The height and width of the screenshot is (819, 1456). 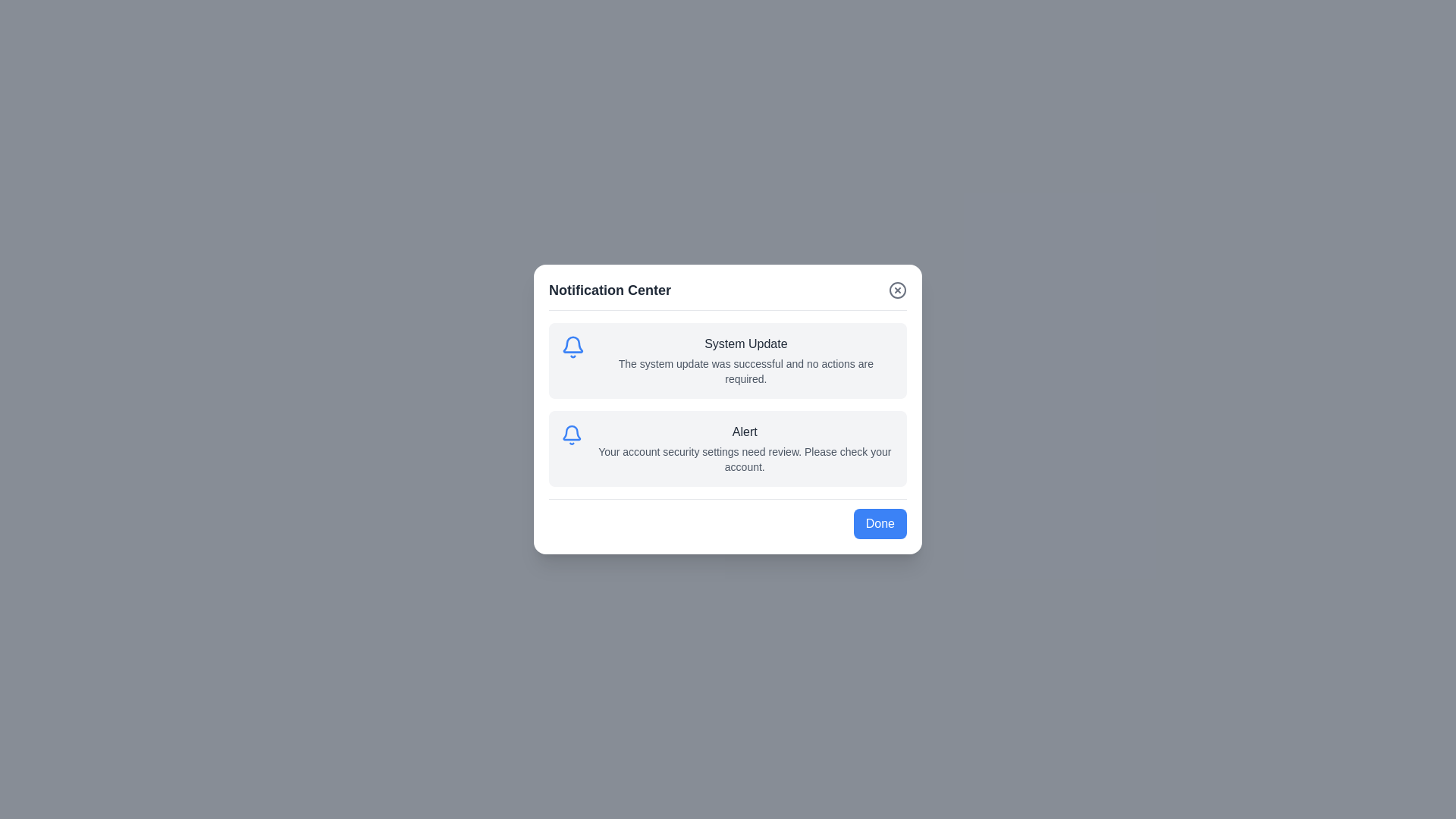 I want to click on the notification icon corresponding to Alert to open its details, so click(x=571, y=435).